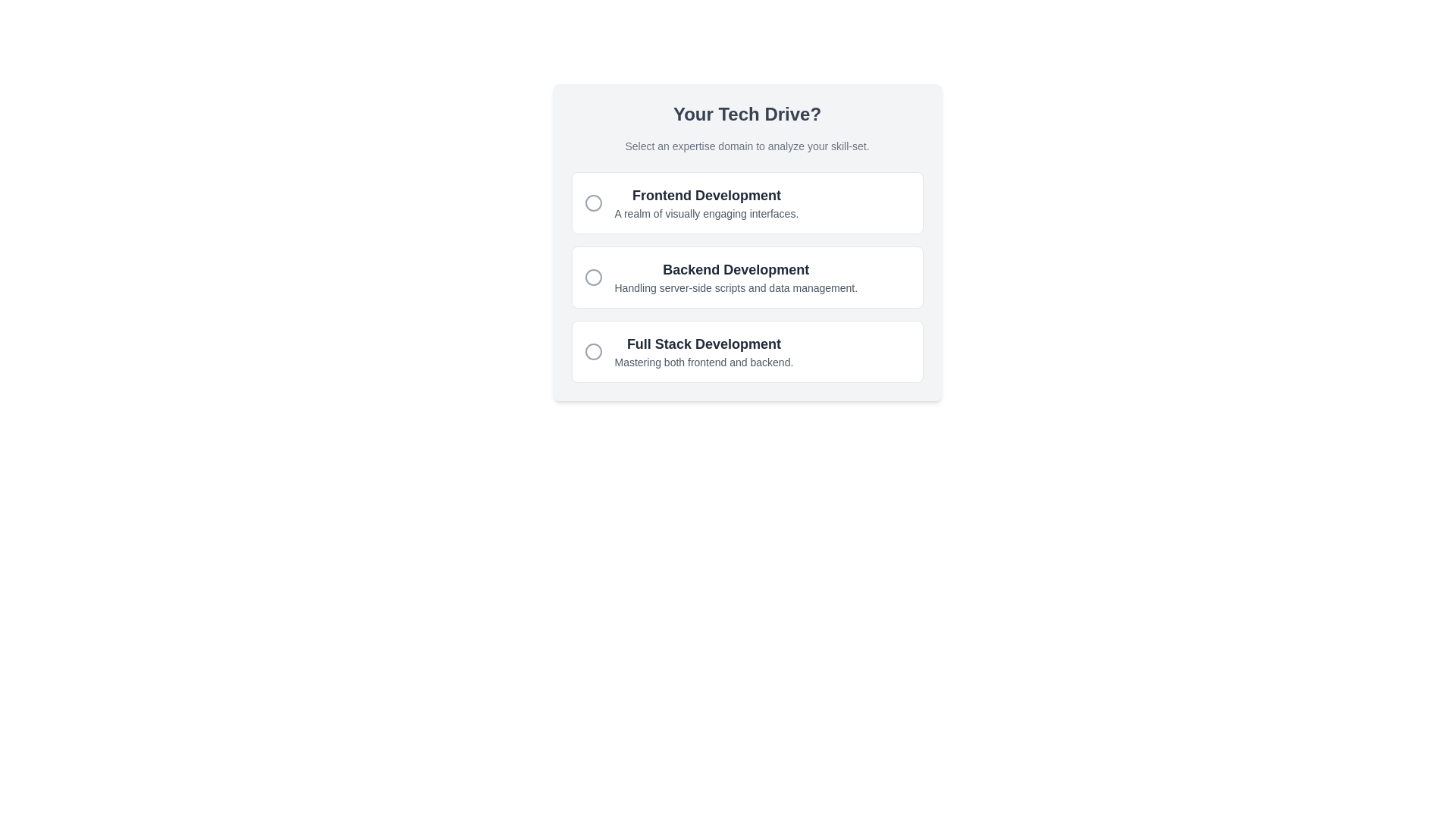 This screenshot has width=1456, height=819. What do you see at coordinates (747, 146) in the screenshot?
I see `the Text block that provides instructions or context regarding the choices displayed below it, located directly below the heading 'Your Tech Drive?' and above the list of selectable options` at bounding box center [747, 146].